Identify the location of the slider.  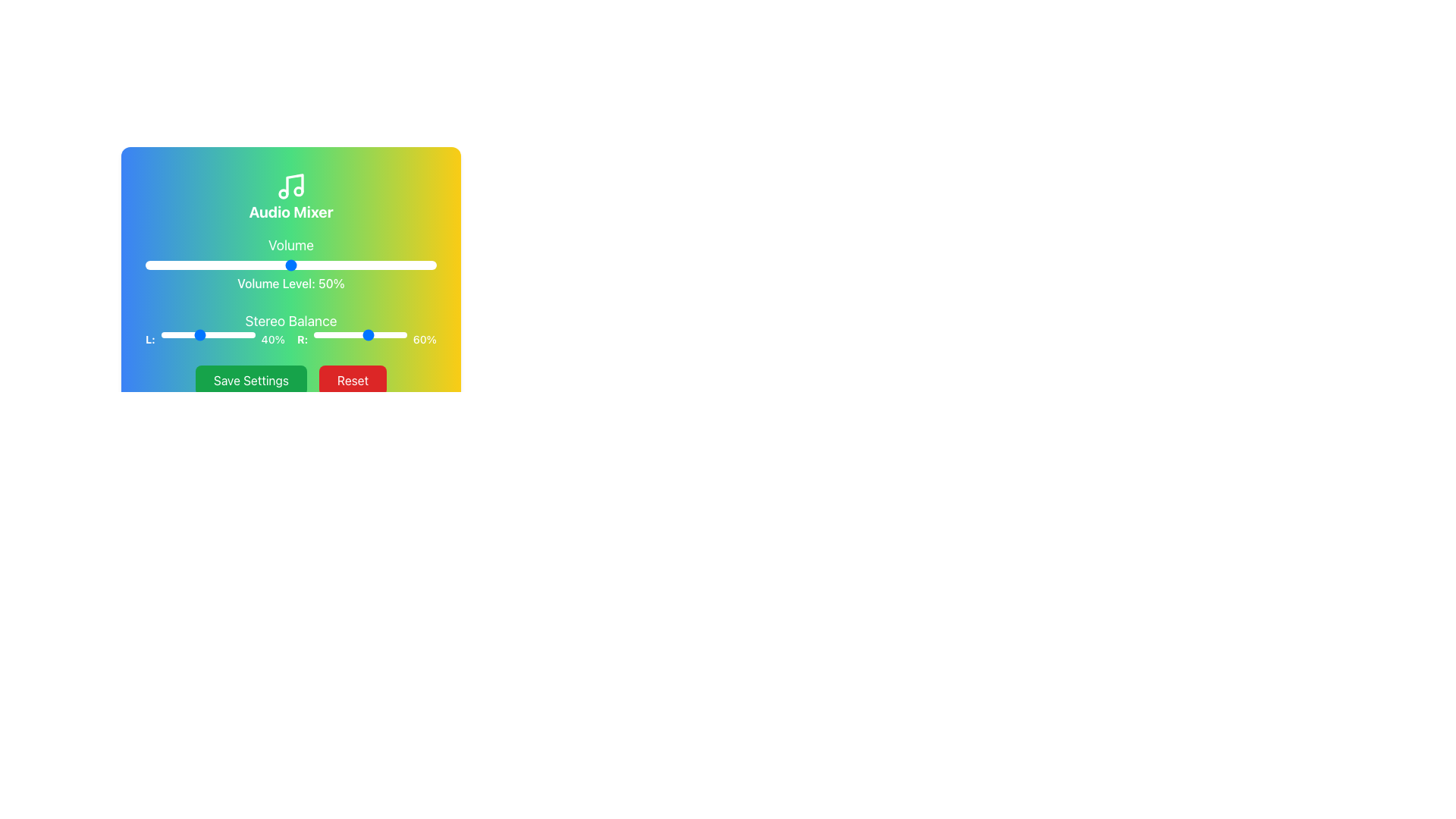
(228, 334).